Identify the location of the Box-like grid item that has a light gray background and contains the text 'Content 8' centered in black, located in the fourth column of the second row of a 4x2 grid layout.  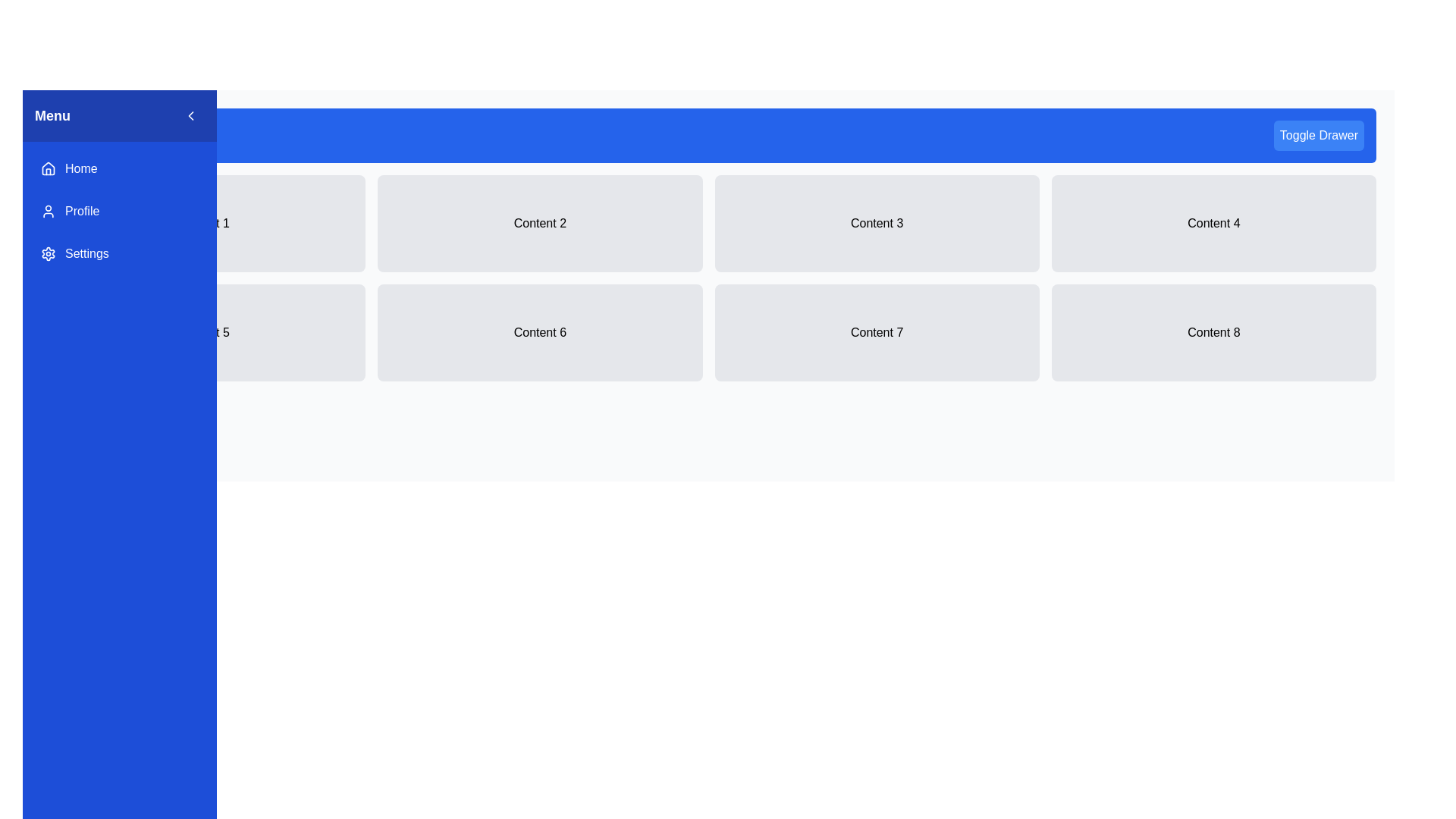
(1213, 332).